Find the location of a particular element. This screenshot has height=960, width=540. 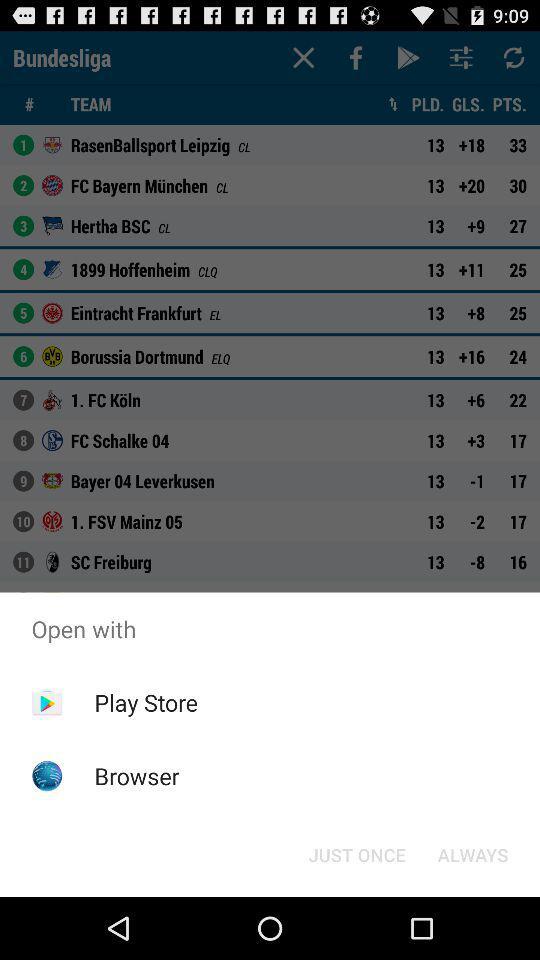

the always button is located at coordinates (472, 853).